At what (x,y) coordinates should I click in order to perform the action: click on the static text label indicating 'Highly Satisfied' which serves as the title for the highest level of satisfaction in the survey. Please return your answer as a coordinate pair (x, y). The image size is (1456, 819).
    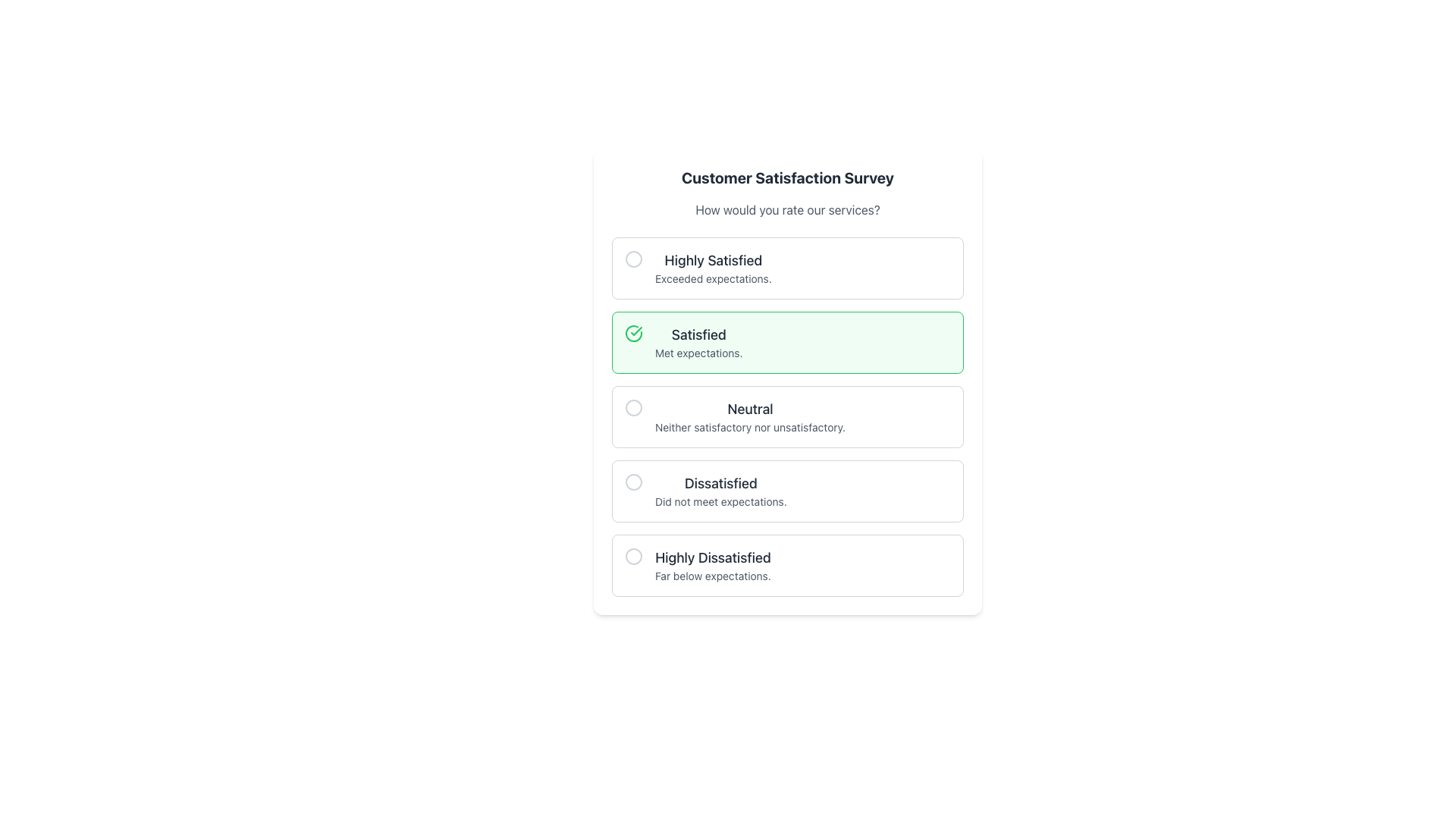
    Looking at the image, I should click on (712, 259).